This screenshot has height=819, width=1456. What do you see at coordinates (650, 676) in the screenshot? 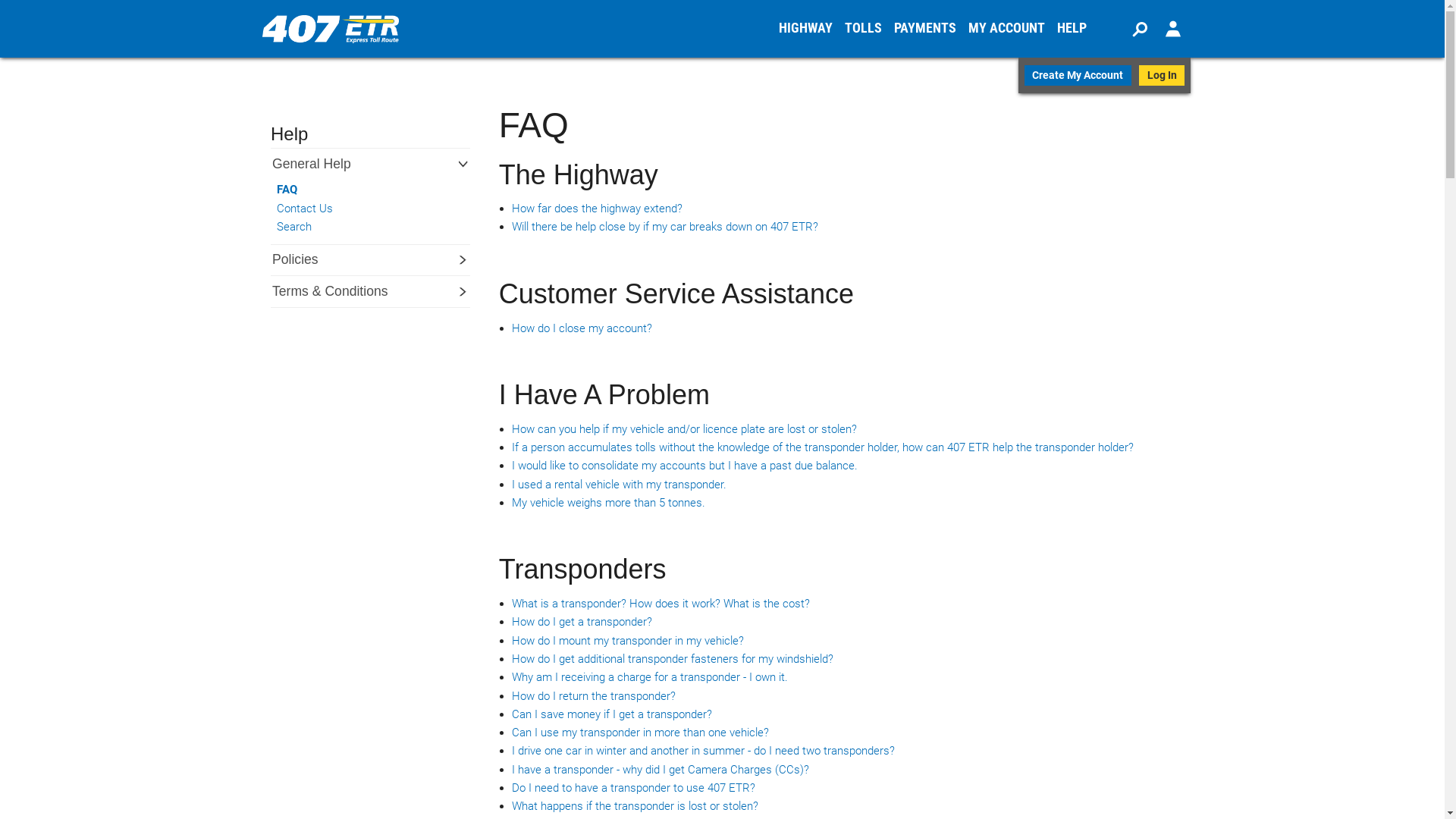
I see `'Why am I receiving a charge for a transponder - I own it.'` at bounding box center [650, 676].